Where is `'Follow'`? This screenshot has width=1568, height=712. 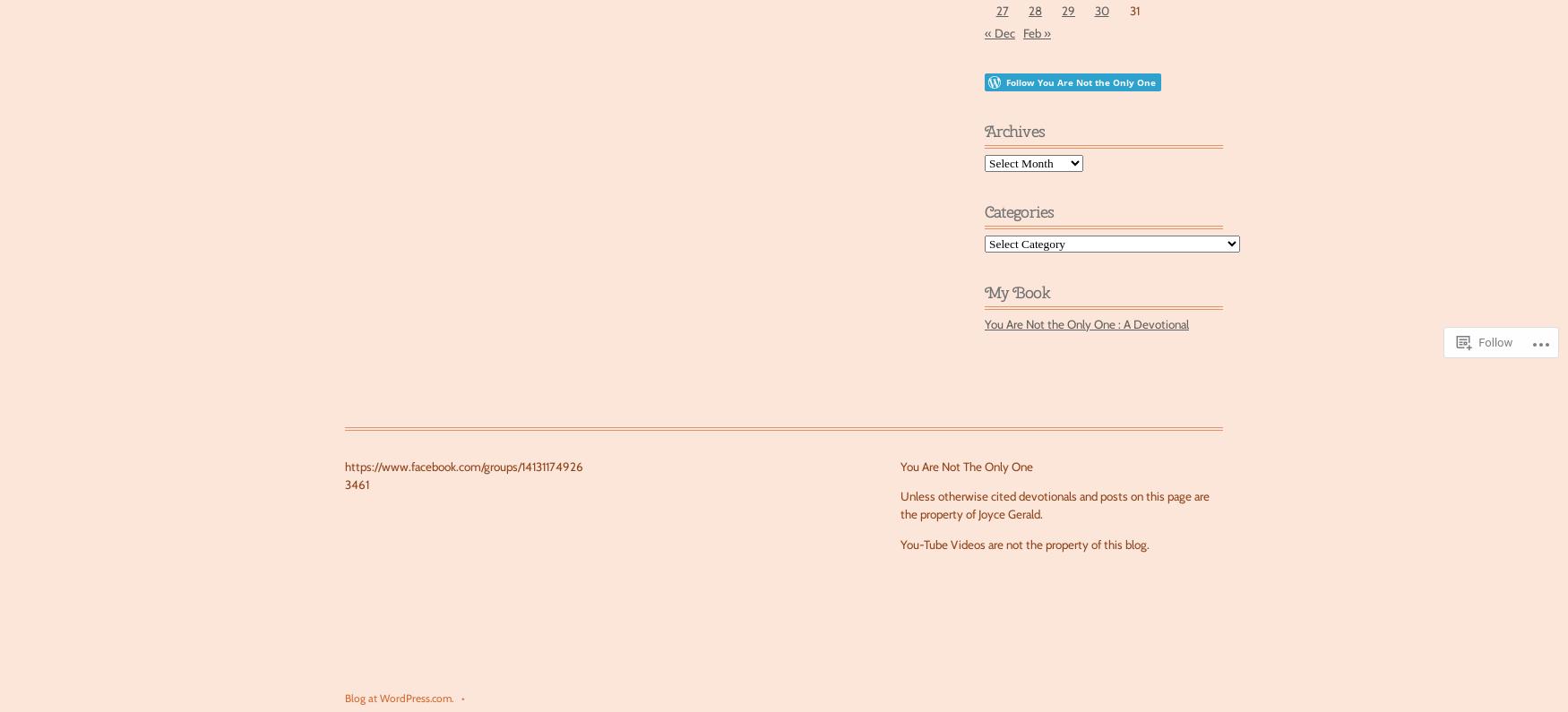 'Follow' is located at coordinates (1494, 341).